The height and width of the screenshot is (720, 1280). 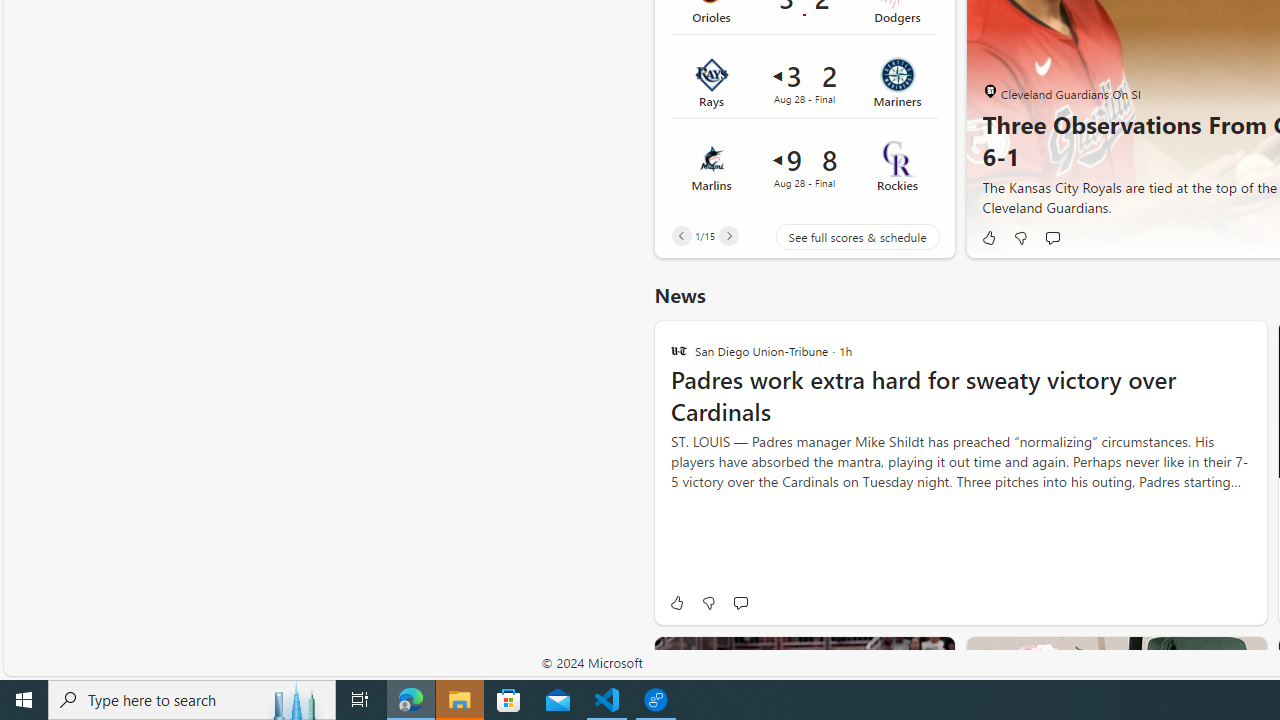 I want to click on 'See full scores & schedule', so click(x=842, y=235).